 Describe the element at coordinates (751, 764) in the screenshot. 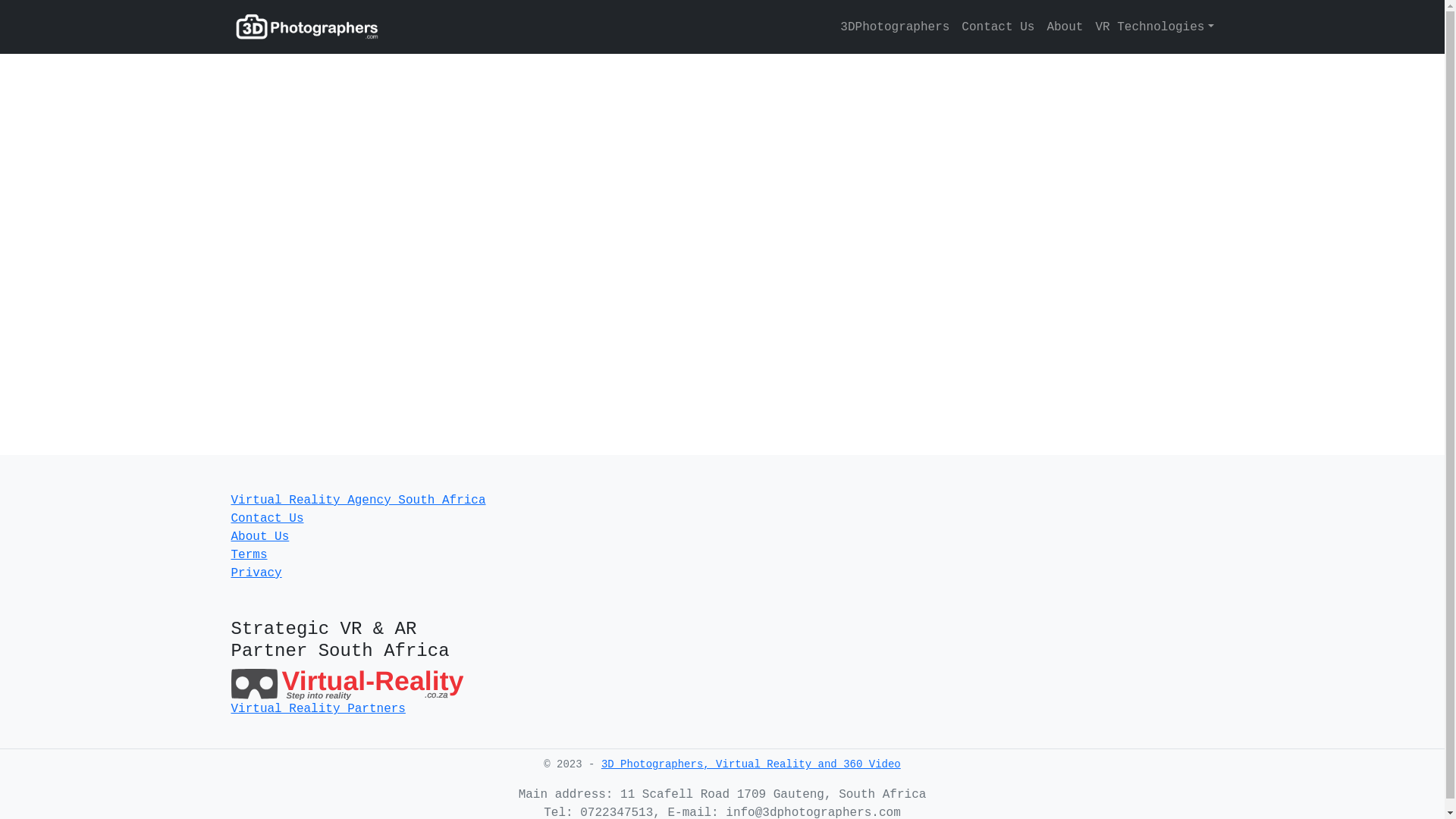

I see `'3D Photographers, Virtual Reality and 360 Video'` at that location.